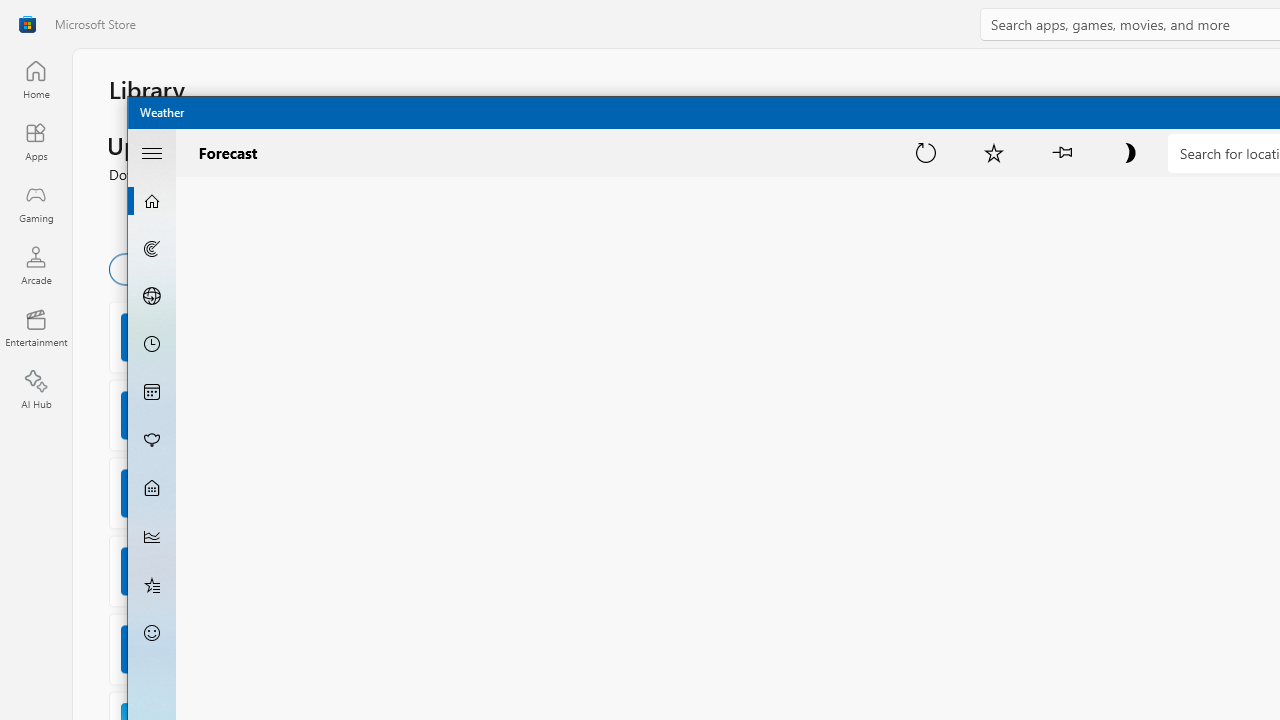  Describe the element at coordinates (35, 326) in the screenshot. I see `'Entertainment'` at that location.